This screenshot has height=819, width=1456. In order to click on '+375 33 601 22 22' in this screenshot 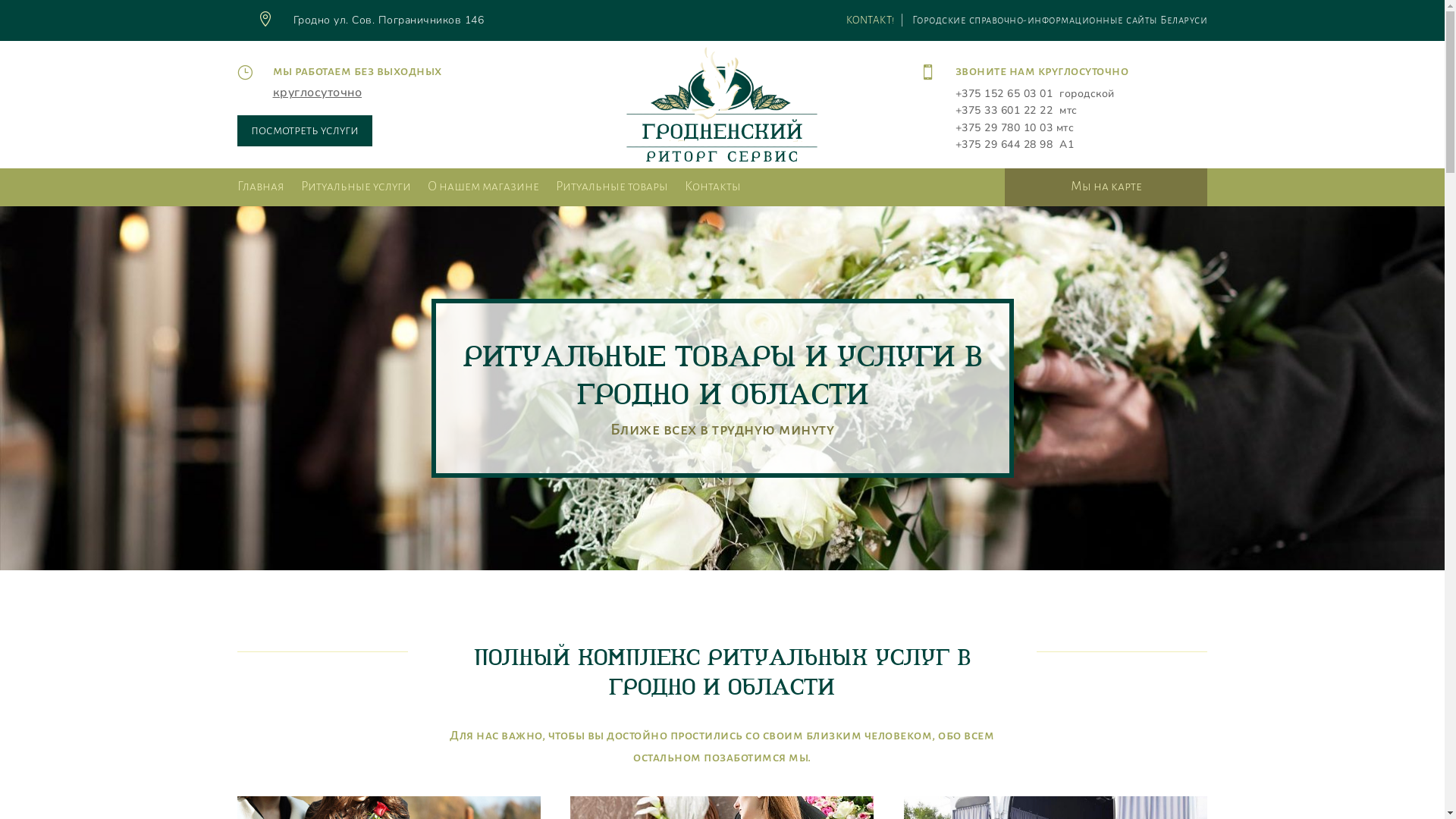, I will do `click(1004, 109)`.